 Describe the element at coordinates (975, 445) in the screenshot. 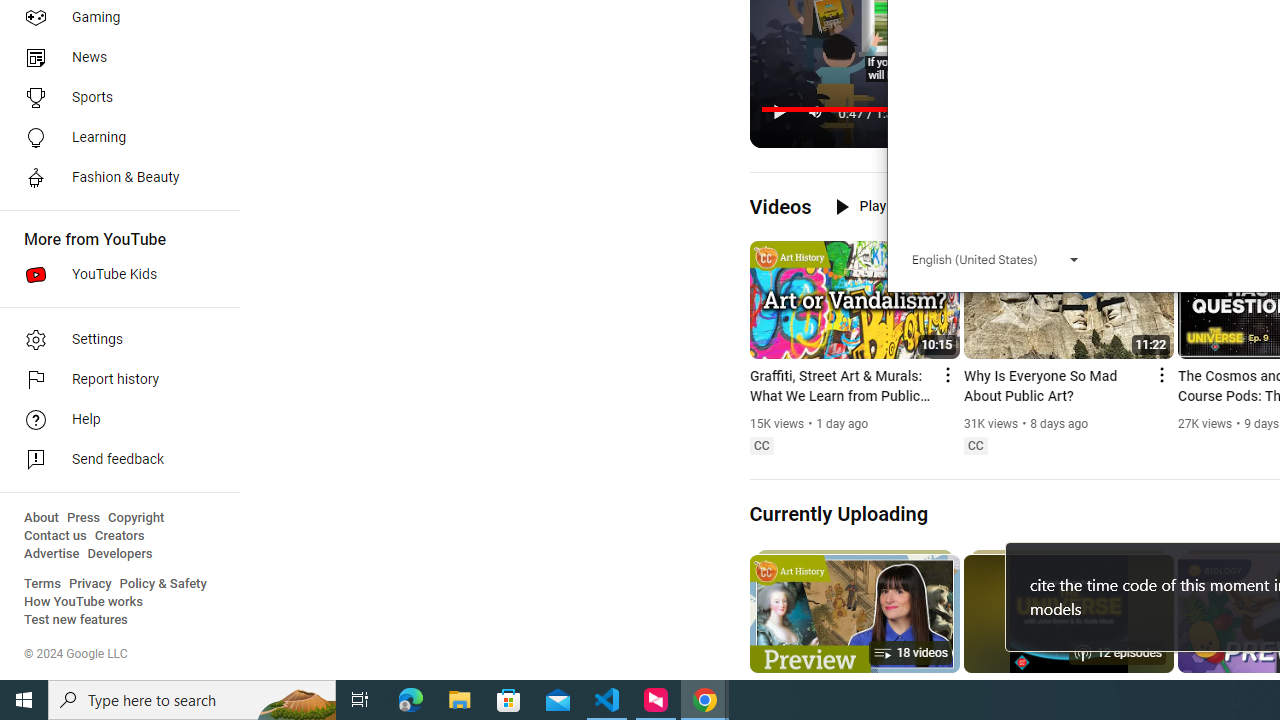

I see `'Closed captions'` at that location.